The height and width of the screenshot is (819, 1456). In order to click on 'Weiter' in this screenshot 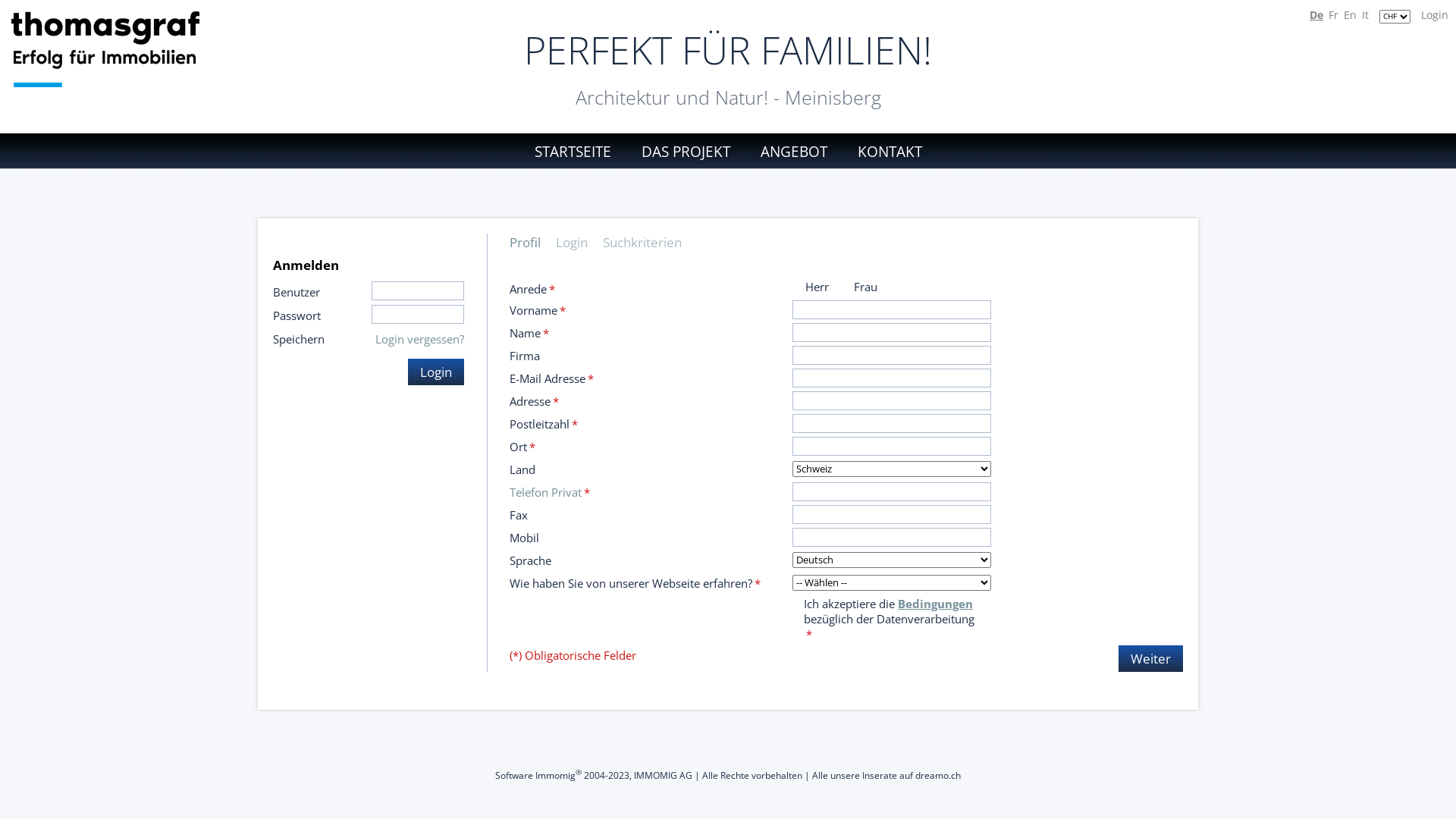, I will do `click(1150, 657)`.